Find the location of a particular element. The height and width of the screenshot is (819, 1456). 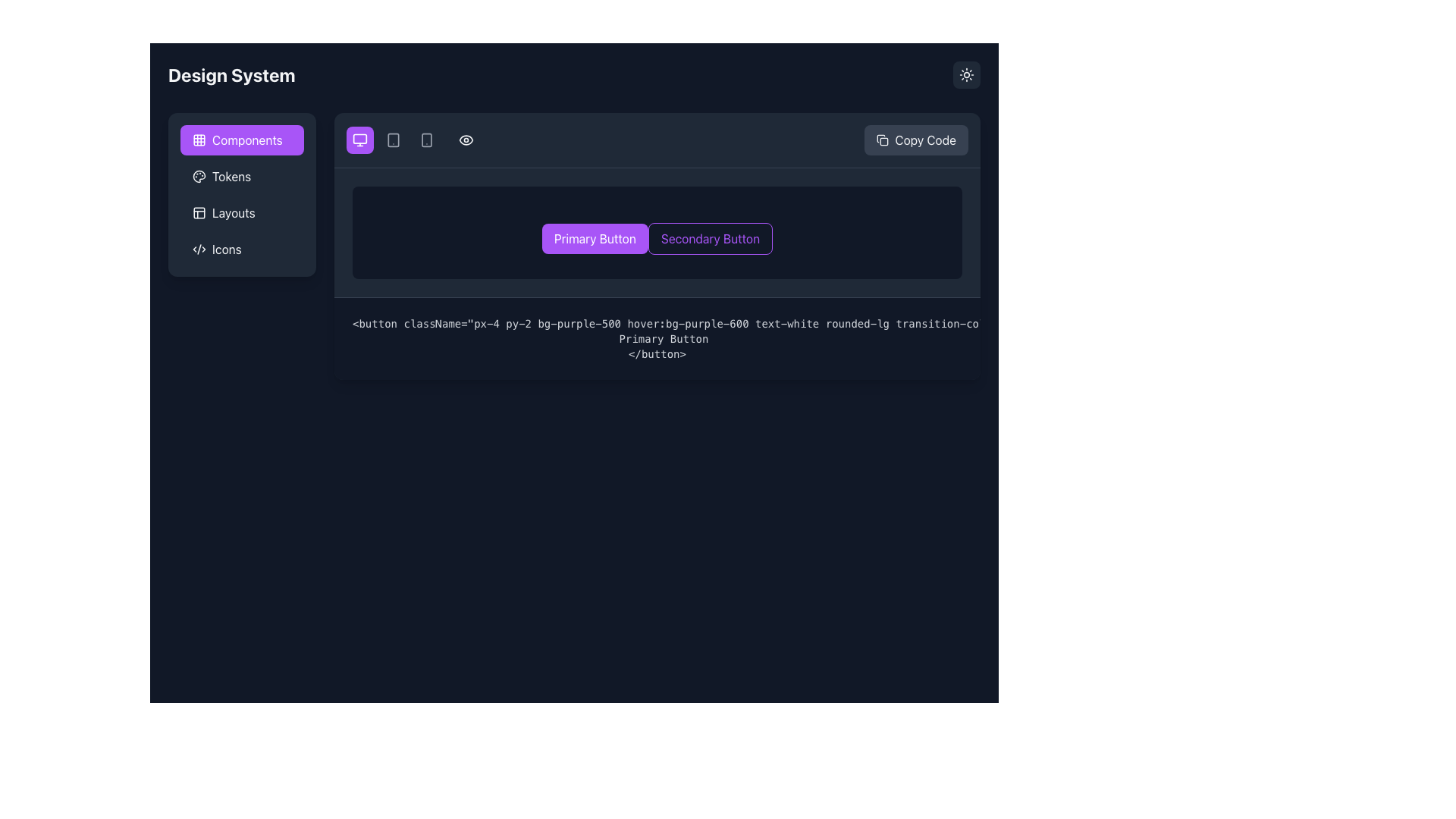

the 'Tokens' menu item located between 'Components' above and 'Layouts' below is located at coordinates (241, 175).